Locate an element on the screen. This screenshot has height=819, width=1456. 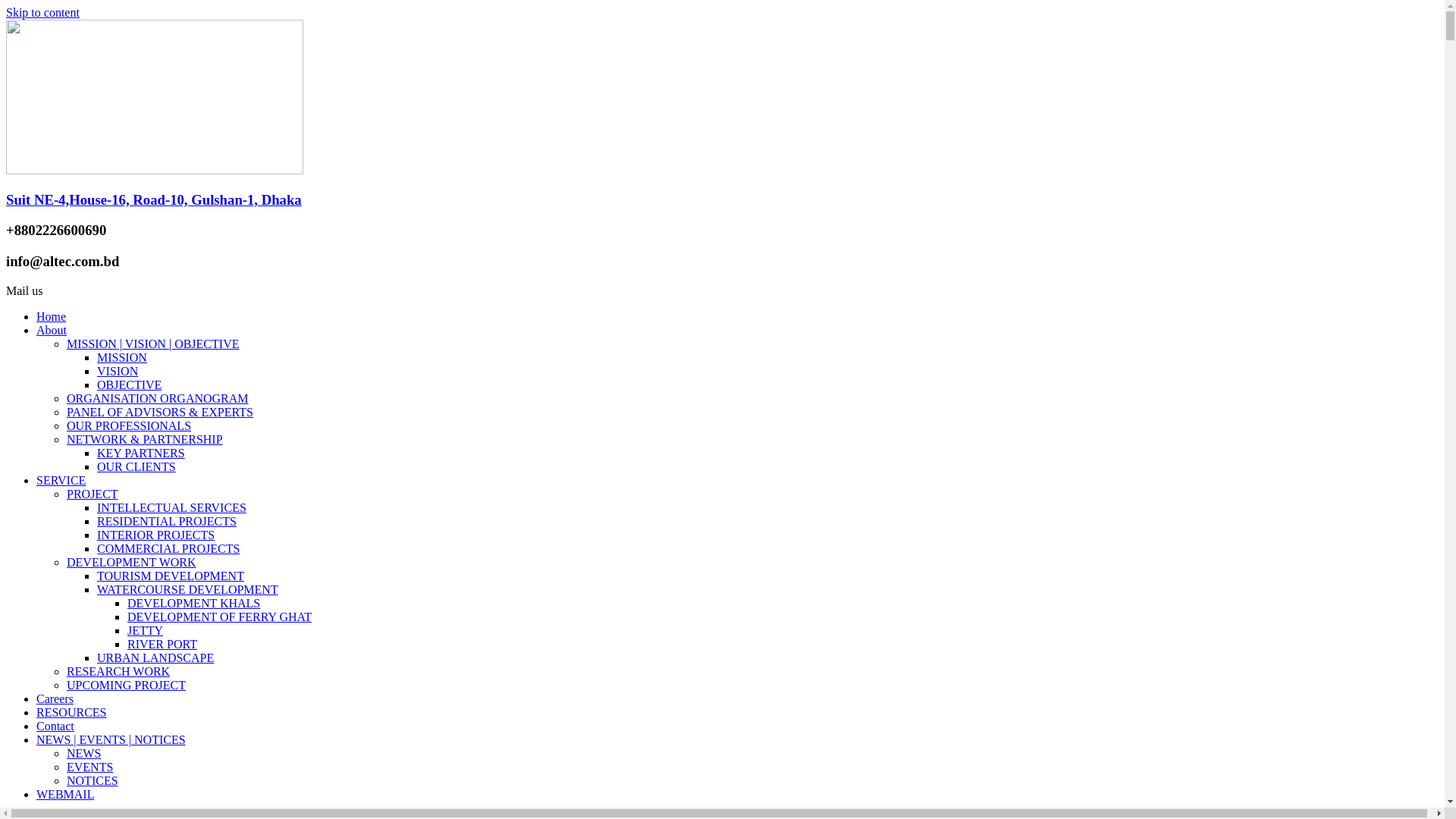
'RIVER PORT' is located at coordinates (162, 644).